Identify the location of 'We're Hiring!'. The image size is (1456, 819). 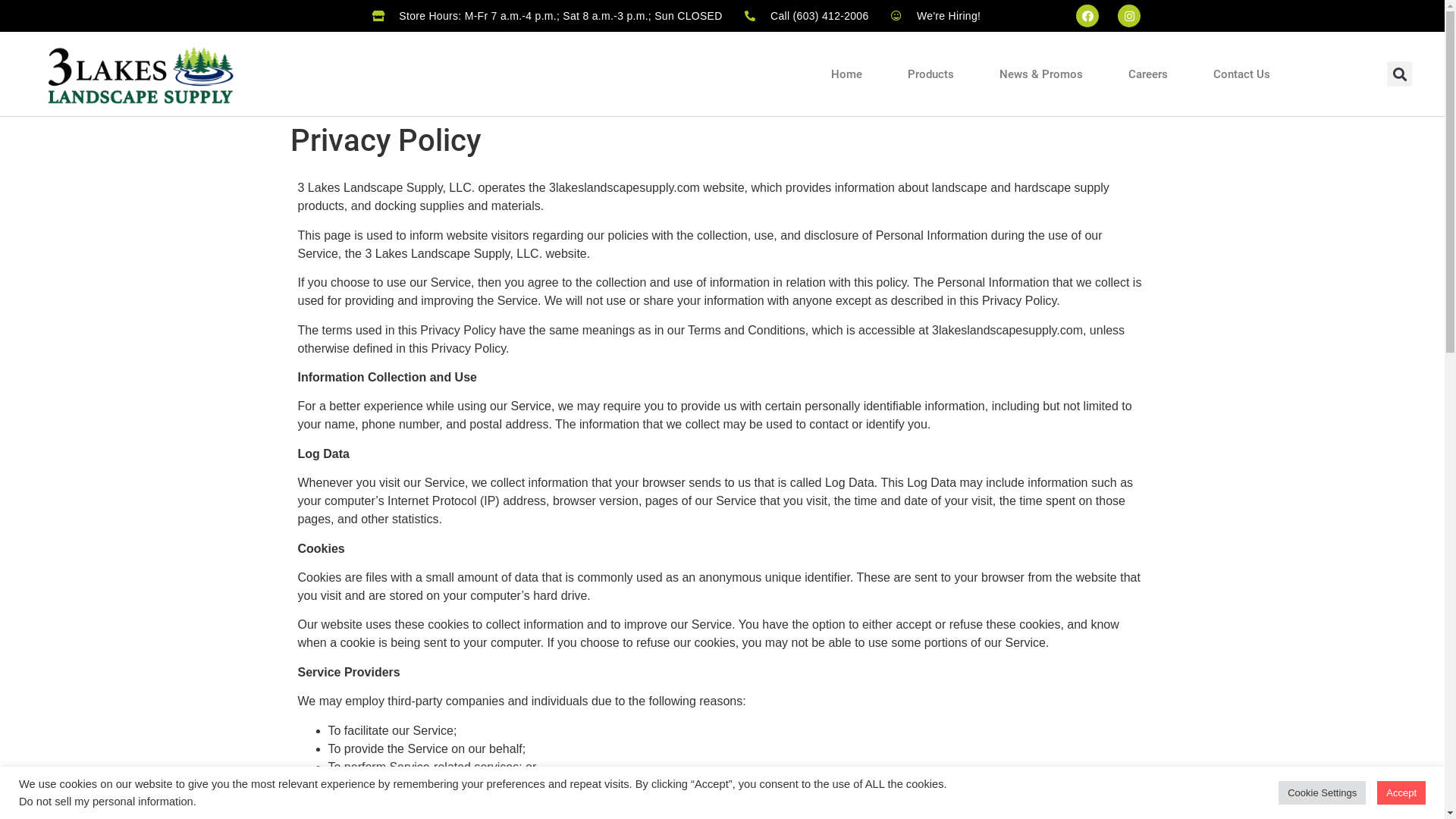
(934, 15).